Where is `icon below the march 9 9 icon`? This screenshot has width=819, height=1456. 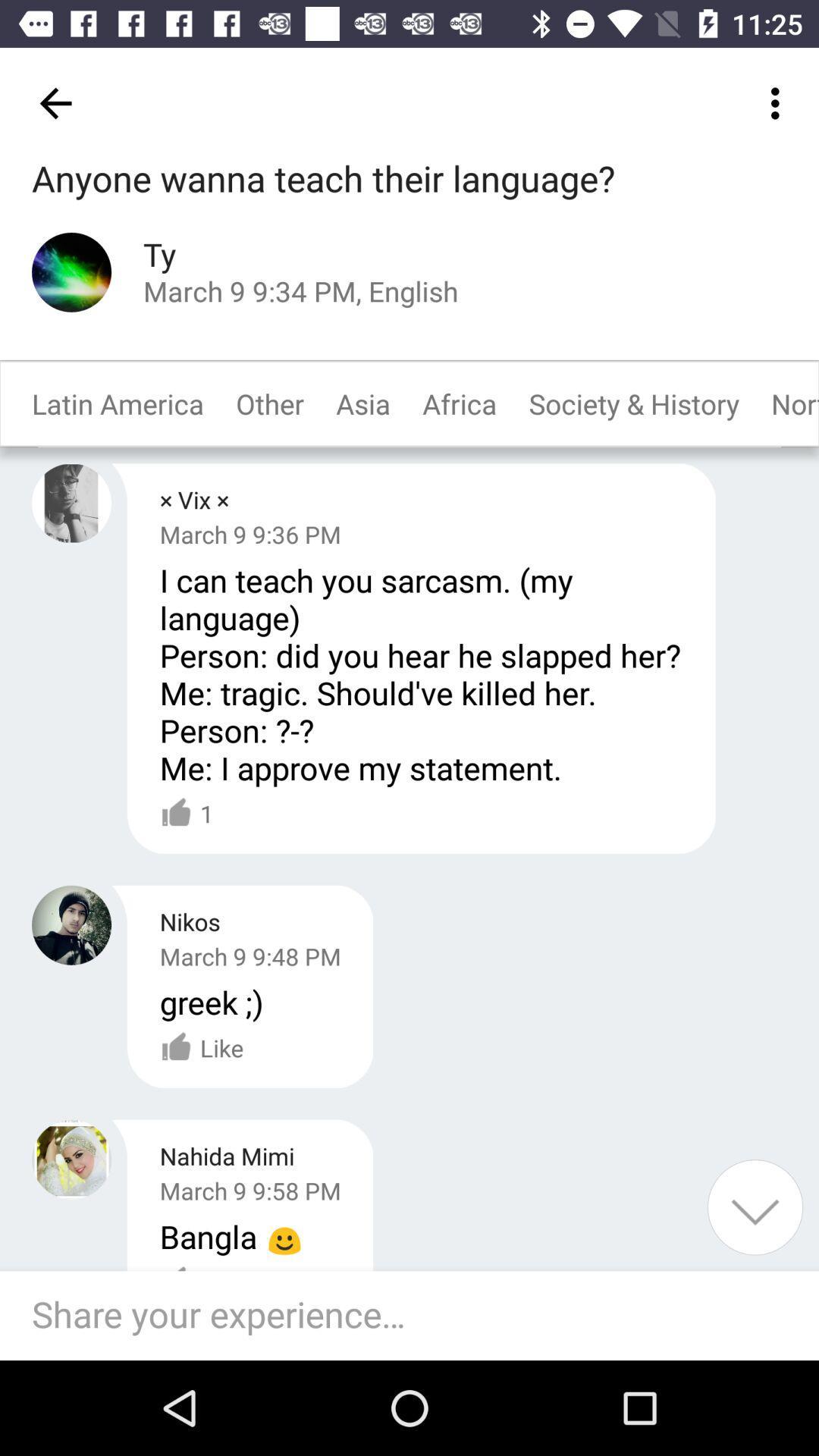 icon below the march 9 9 icon is located at coordinates (186, 813).